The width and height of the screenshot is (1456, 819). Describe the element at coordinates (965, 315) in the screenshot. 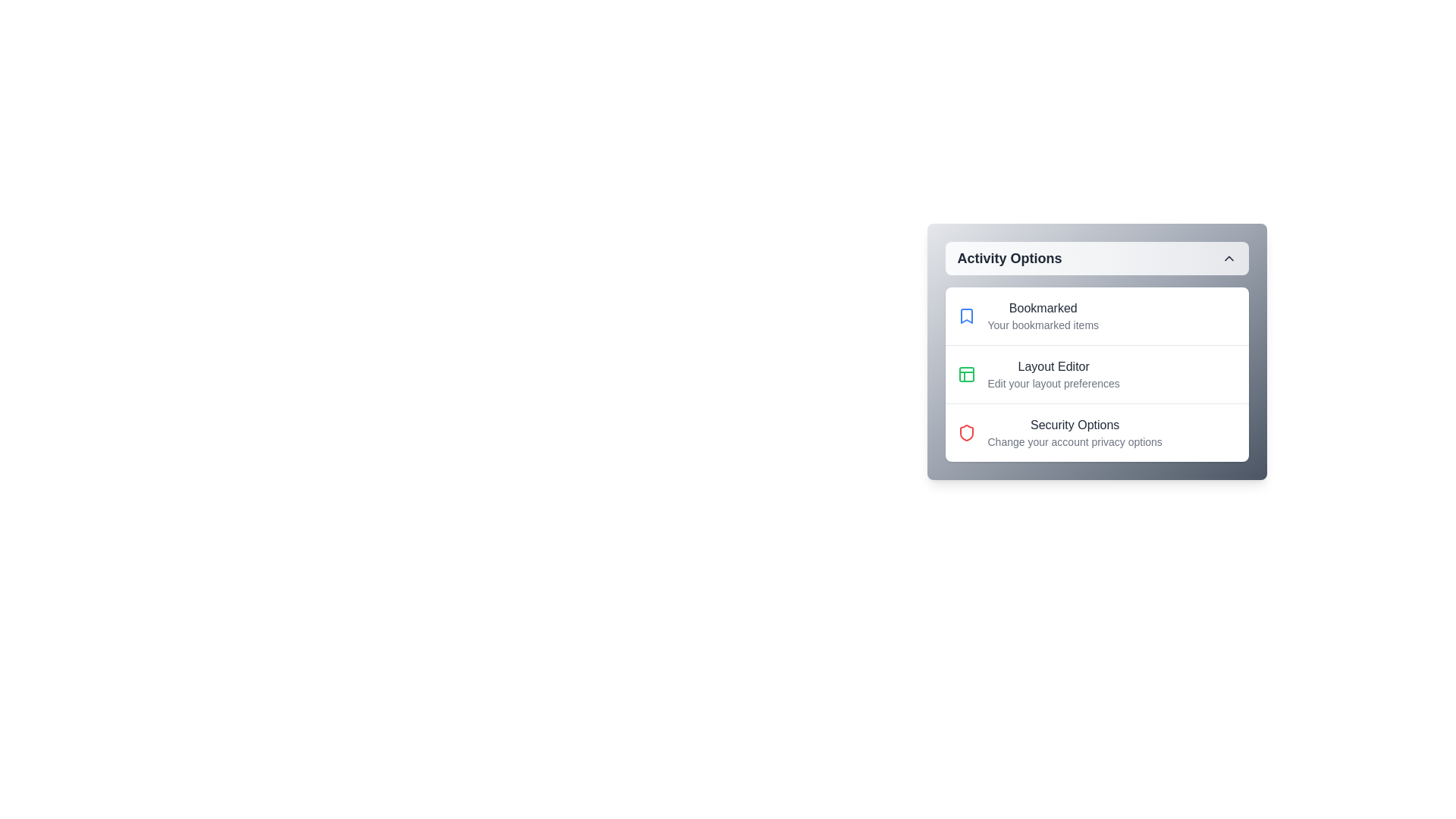

I see `the small blue bookmark icon located to the left of the 'Bookmarked' label in the Activity Options menu for additional interactions` at that location.